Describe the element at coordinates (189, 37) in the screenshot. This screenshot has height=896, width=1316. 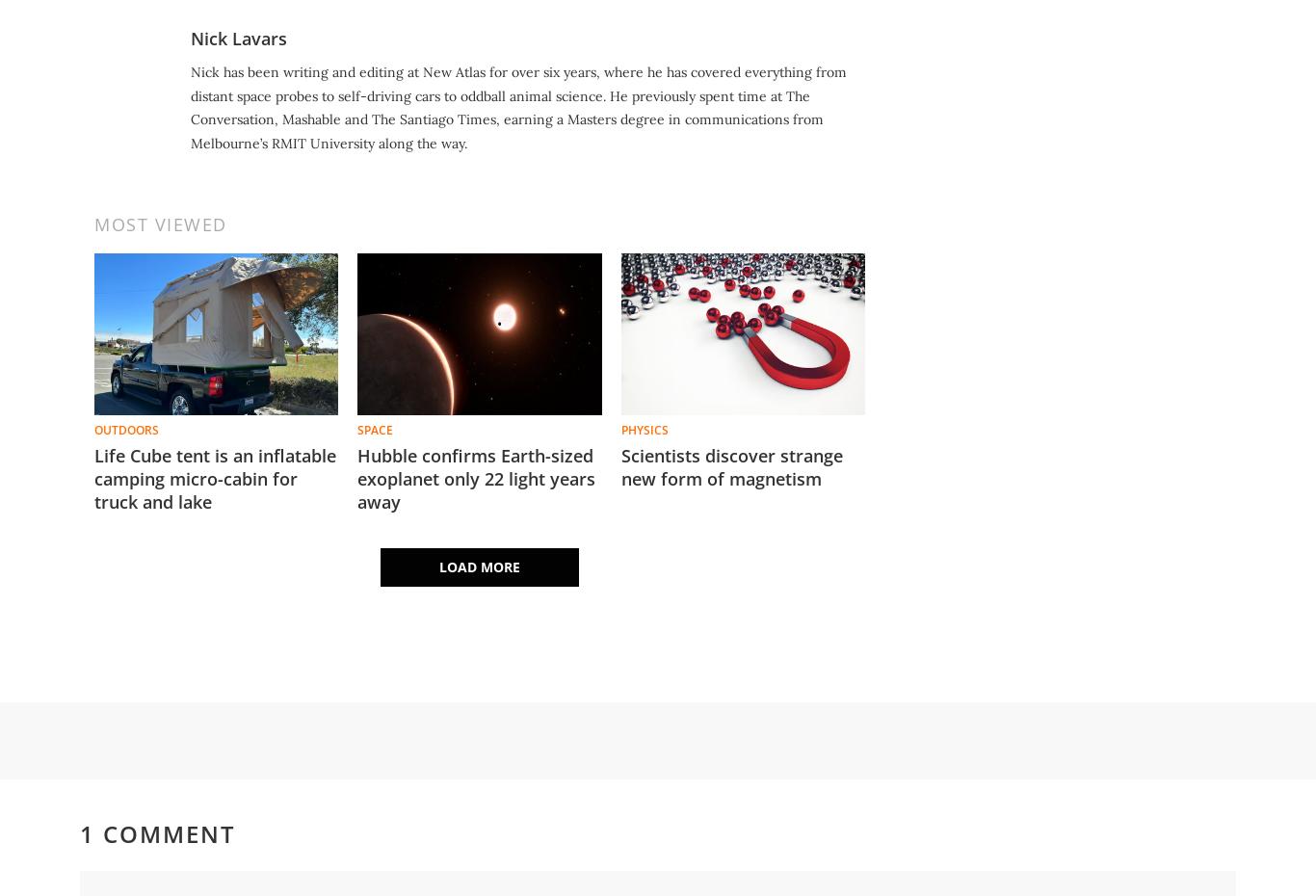
I see `'Nick Lavars'` at that location.